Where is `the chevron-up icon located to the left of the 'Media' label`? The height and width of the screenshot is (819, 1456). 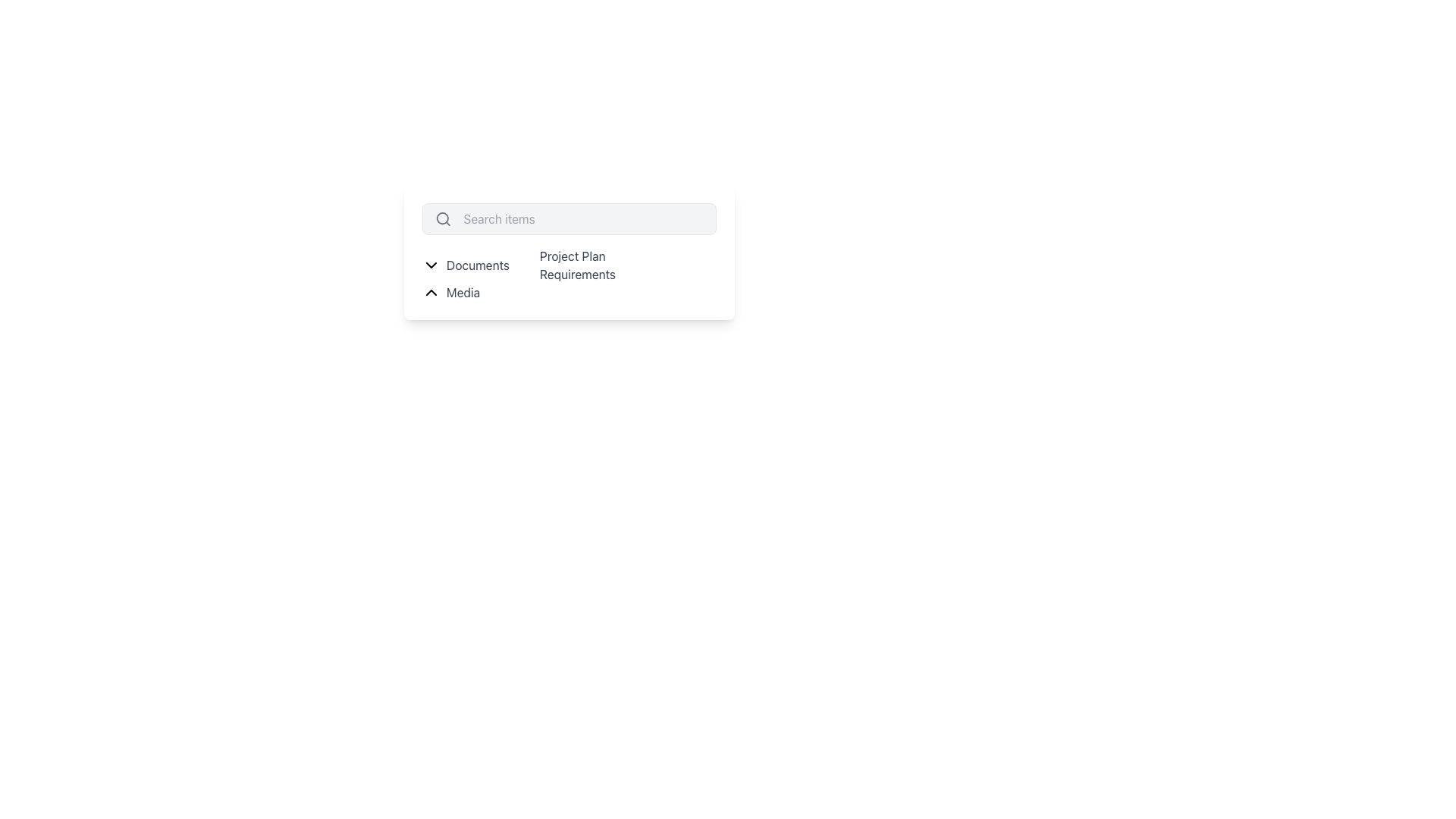
the chevron-up icon located to the left of the 'Media' label is located at coordinates (431, 292).